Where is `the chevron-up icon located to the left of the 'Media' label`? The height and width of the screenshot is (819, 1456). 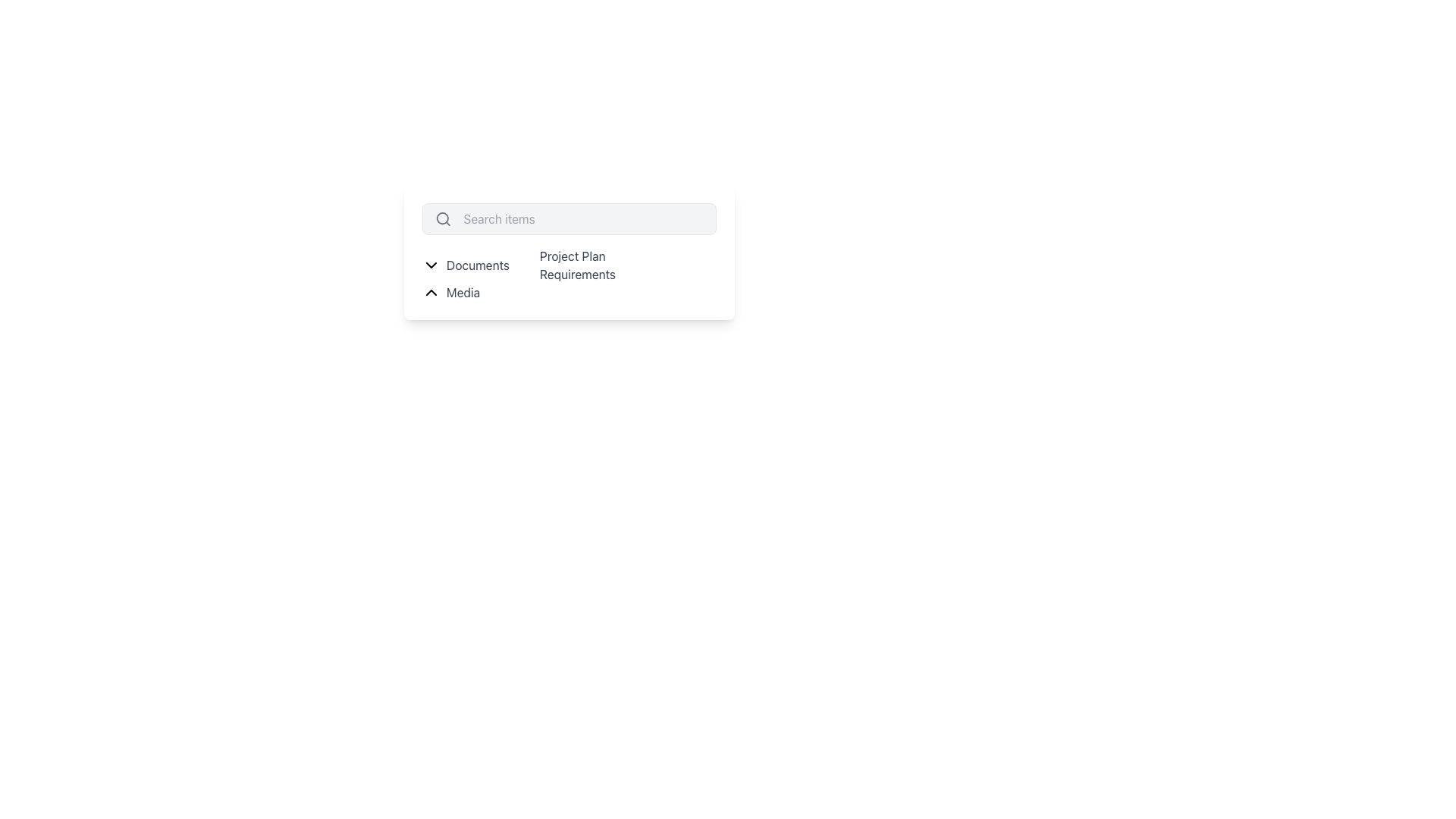
the chevron-up icon located to the left of the 'Media' label is located at coordinates (431, 292).